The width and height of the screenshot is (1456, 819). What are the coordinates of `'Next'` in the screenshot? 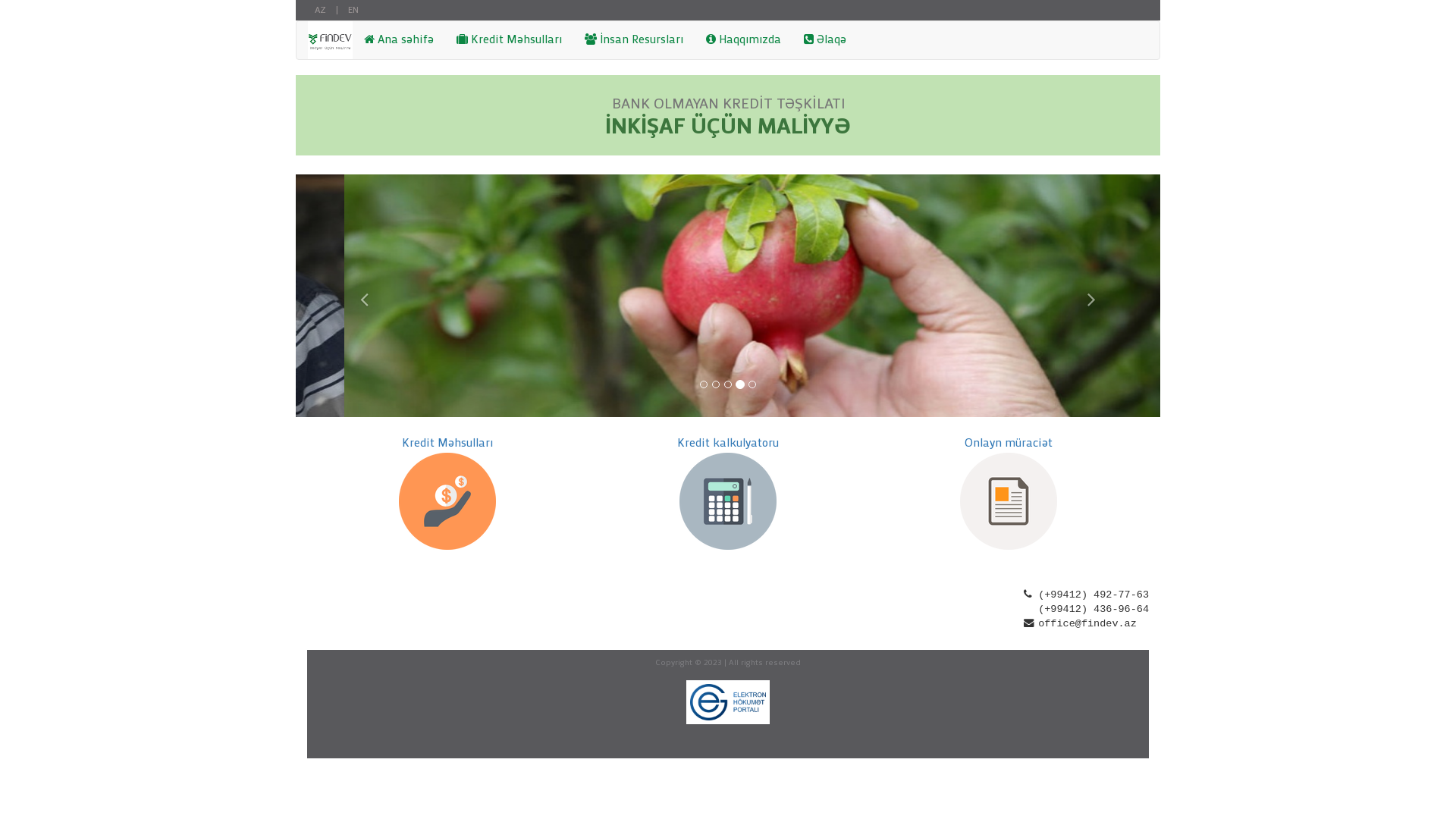 It's located at (1095, 295).